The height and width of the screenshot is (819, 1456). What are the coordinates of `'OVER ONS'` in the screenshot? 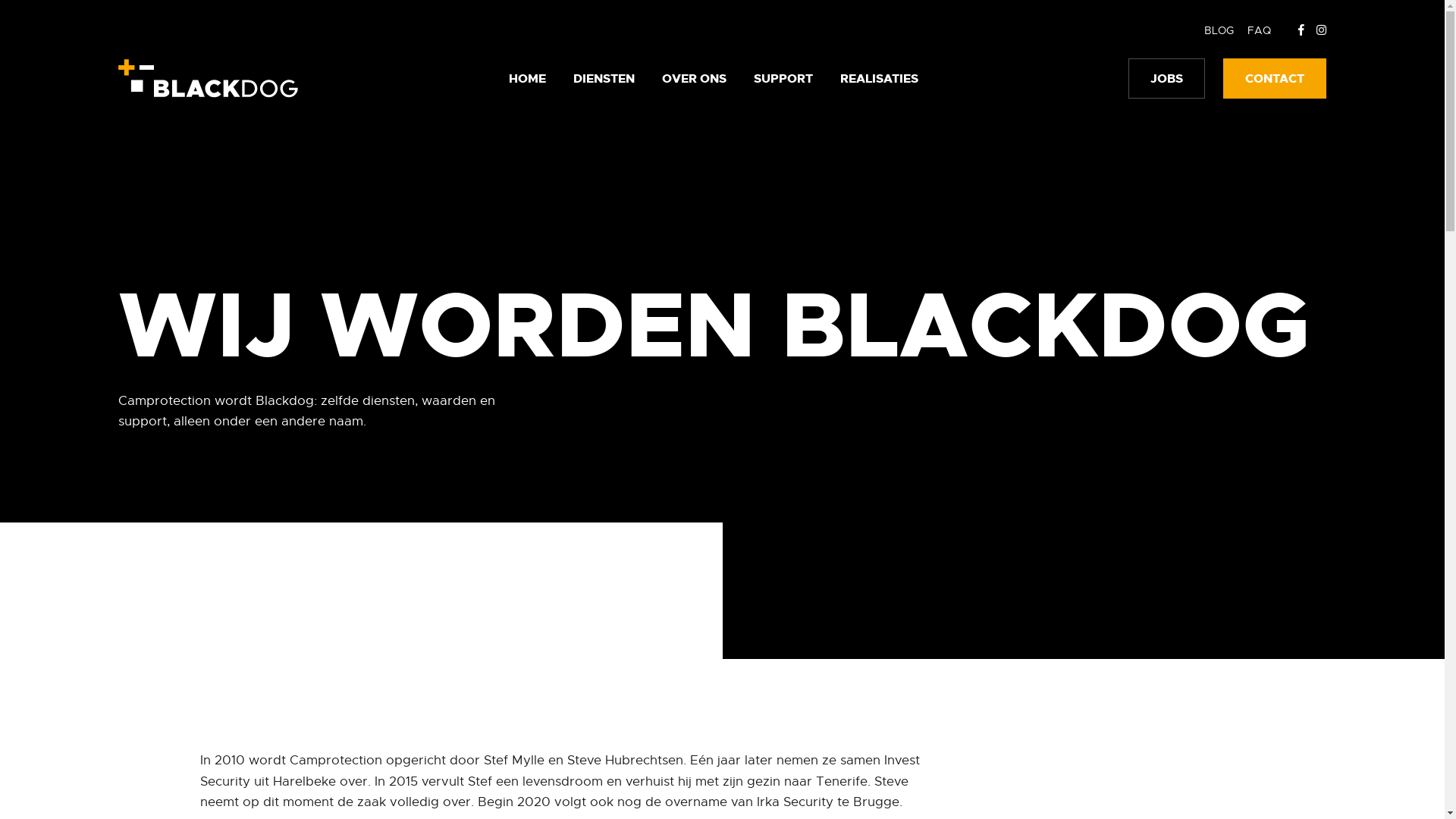 It's located at (692, 78).